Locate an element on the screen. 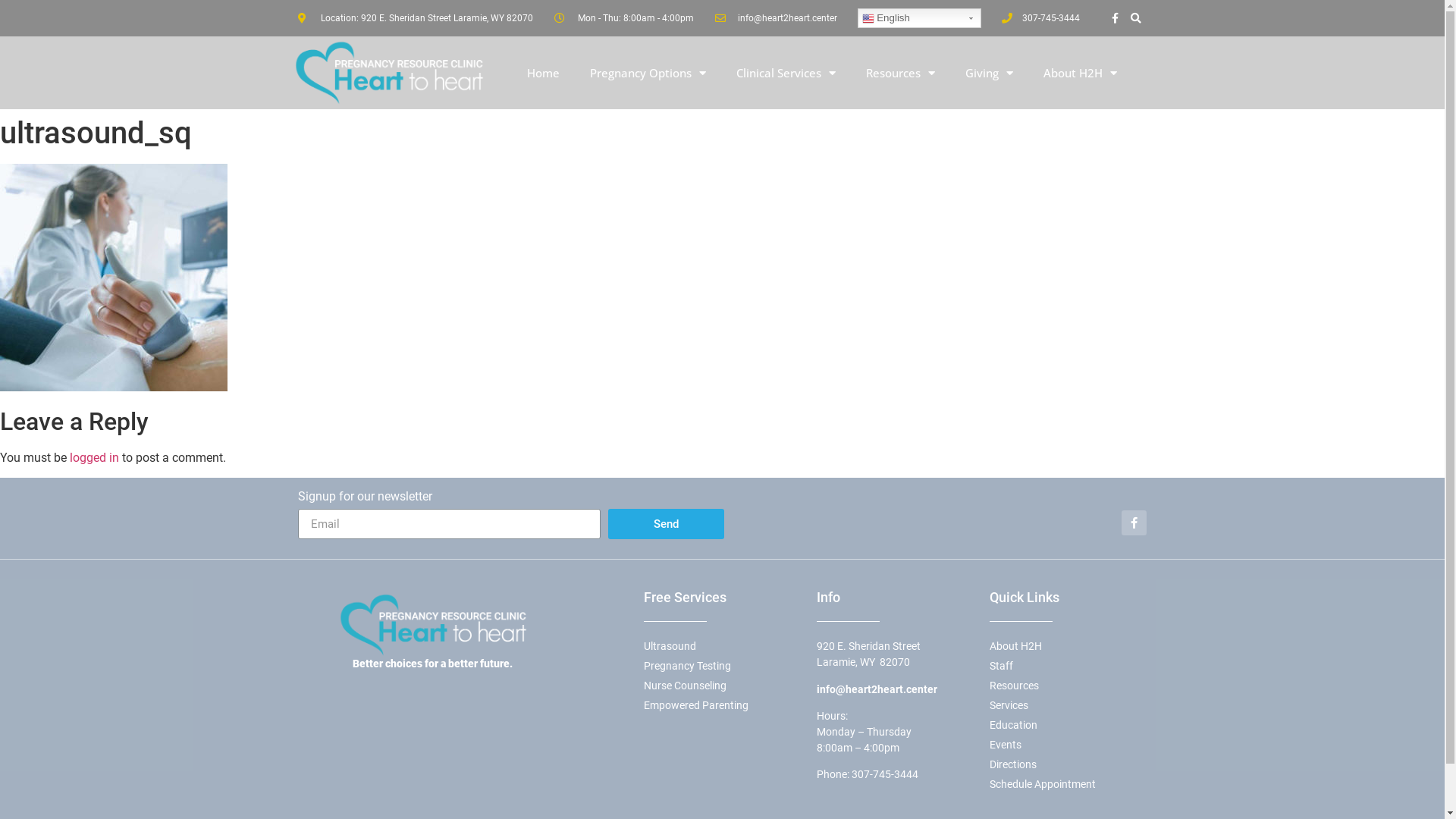  'Giving' is located at coordinates (949, 73).